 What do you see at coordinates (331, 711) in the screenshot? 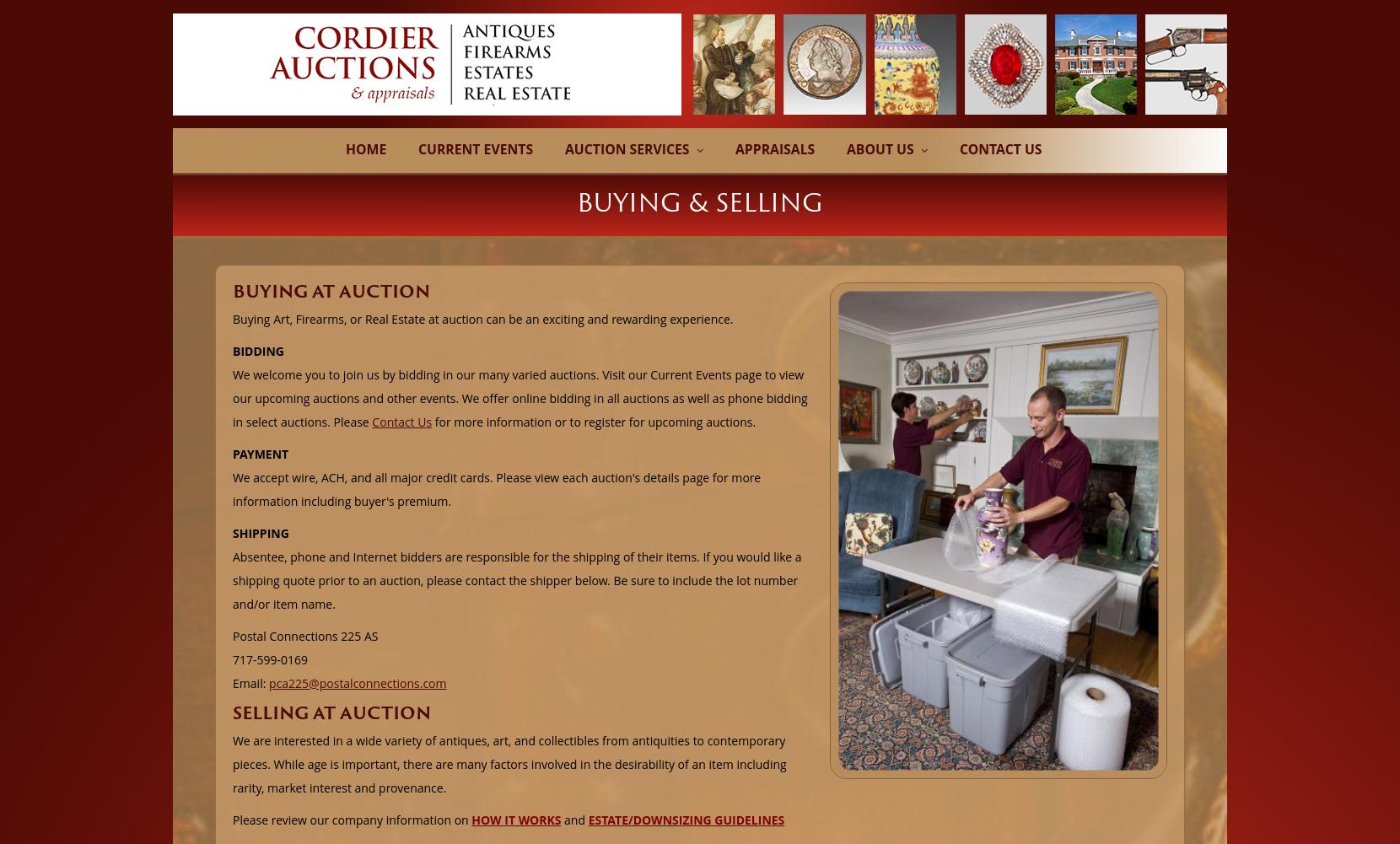
I see `'SELLING AT AUCTION'` at bounding box center [331, 711].